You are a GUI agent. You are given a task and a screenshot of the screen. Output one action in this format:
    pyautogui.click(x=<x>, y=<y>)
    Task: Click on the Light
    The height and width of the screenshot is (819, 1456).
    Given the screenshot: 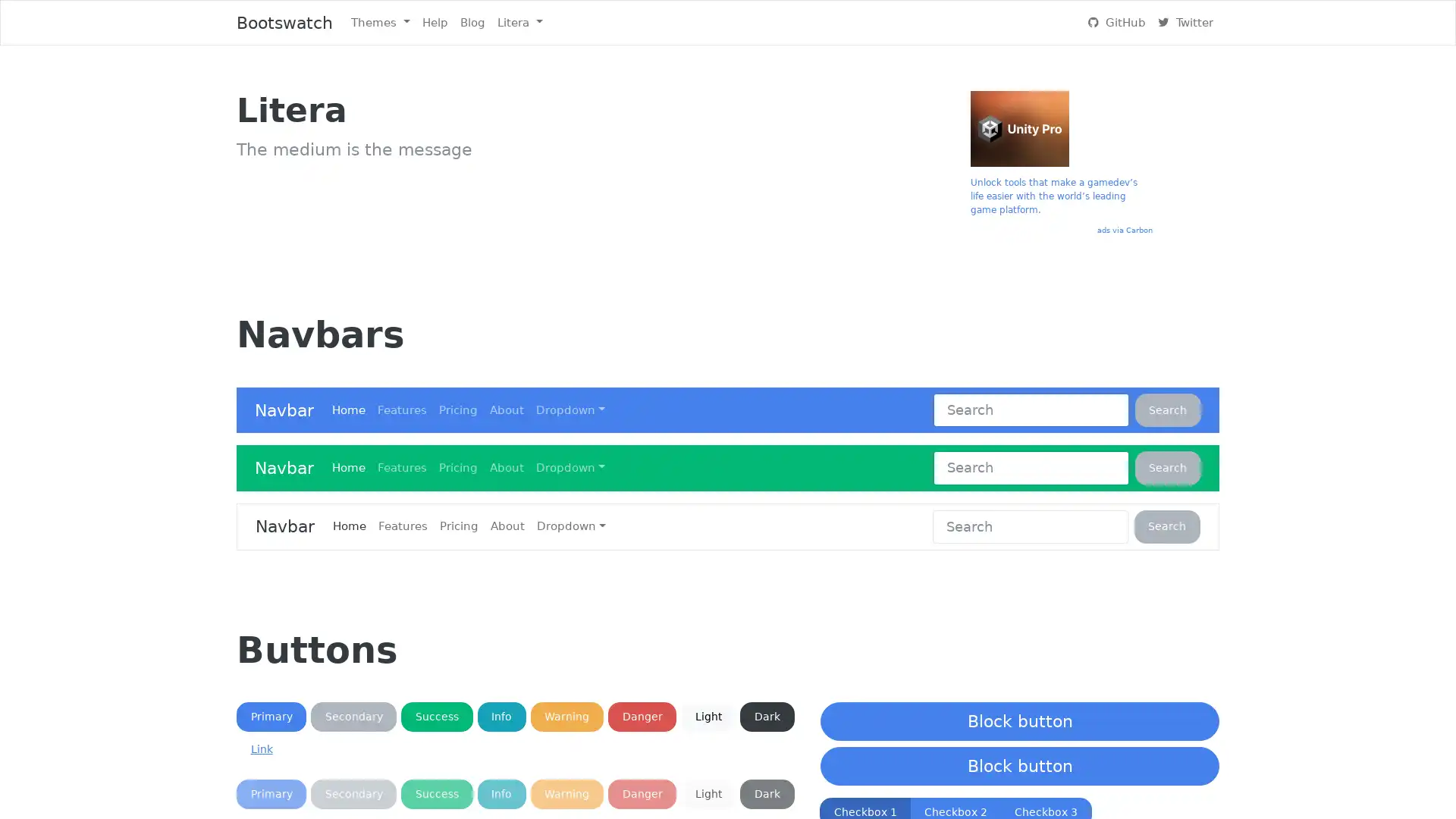 What is the action you would take?
    pyautogui.click(x=708, y=793)
    